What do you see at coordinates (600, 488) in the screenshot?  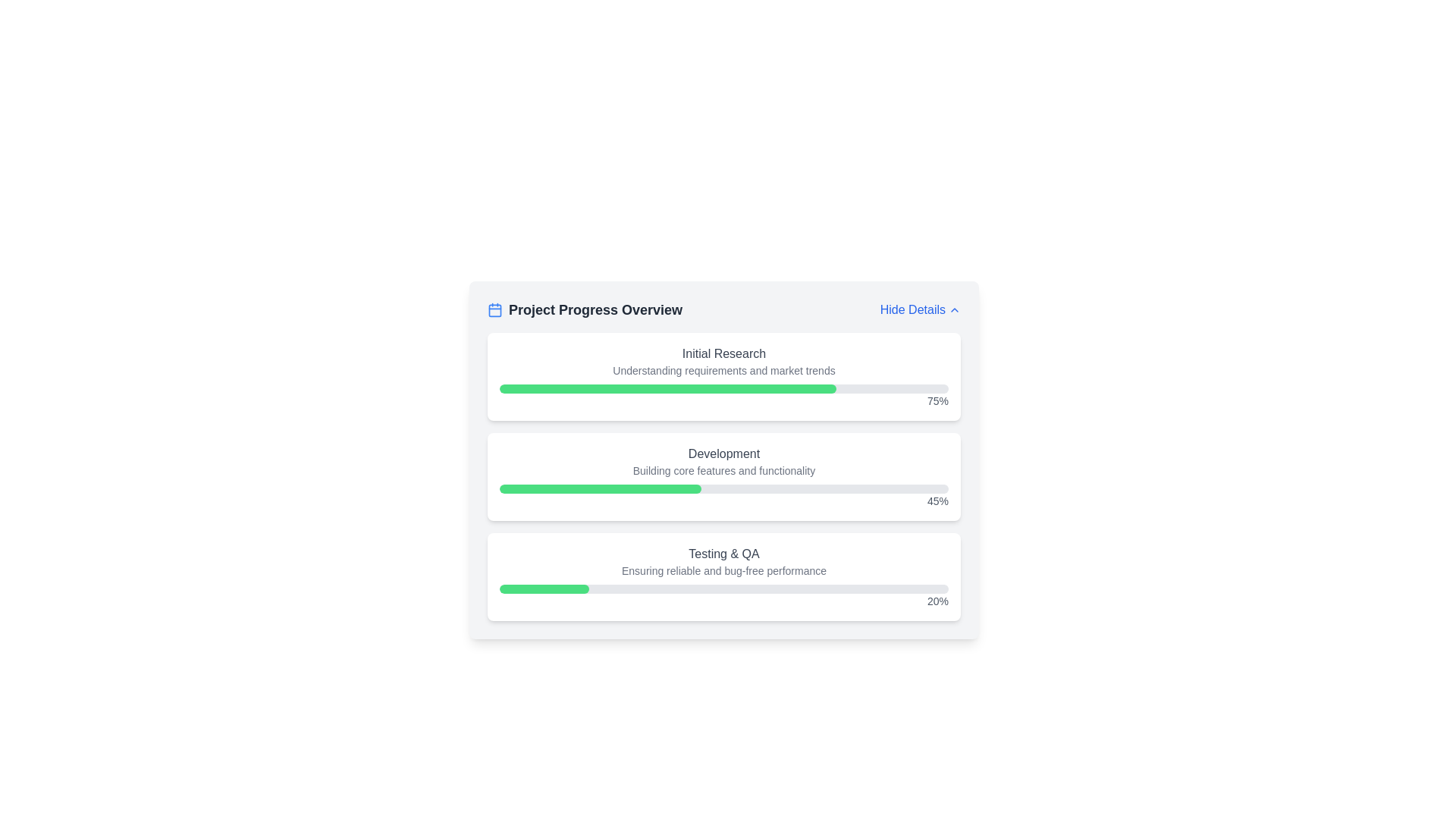 I see `the progress status of the green progress indicator representing 45% completion in the second progress bar under the 'Development' label` at bounding box center [600, 488].